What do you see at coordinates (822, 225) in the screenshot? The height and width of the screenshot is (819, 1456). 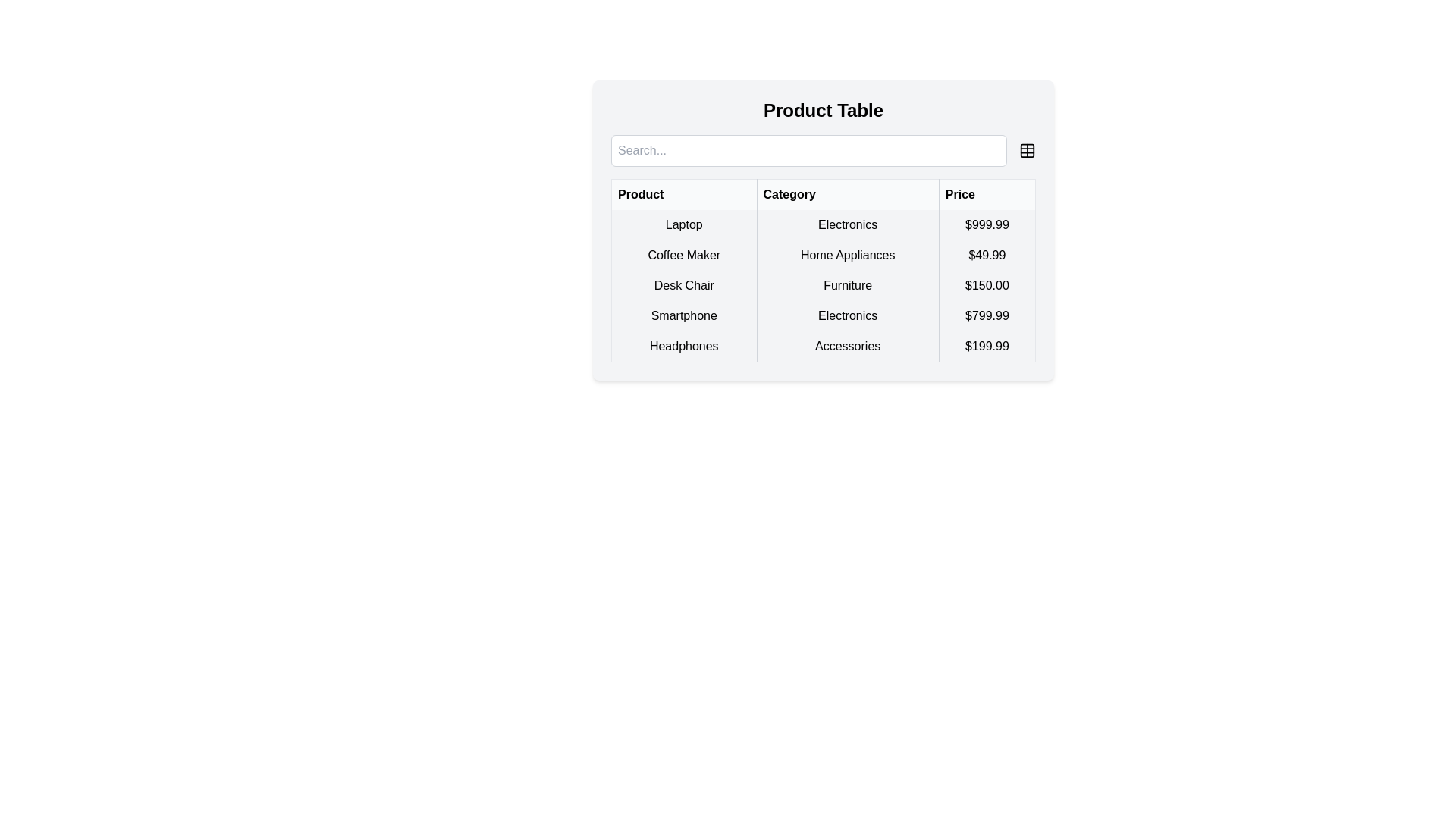 I see `on the first row of the product table containing 'Laptop', 'Electronics', and '$999.99'` at bounding box center [822, 225].